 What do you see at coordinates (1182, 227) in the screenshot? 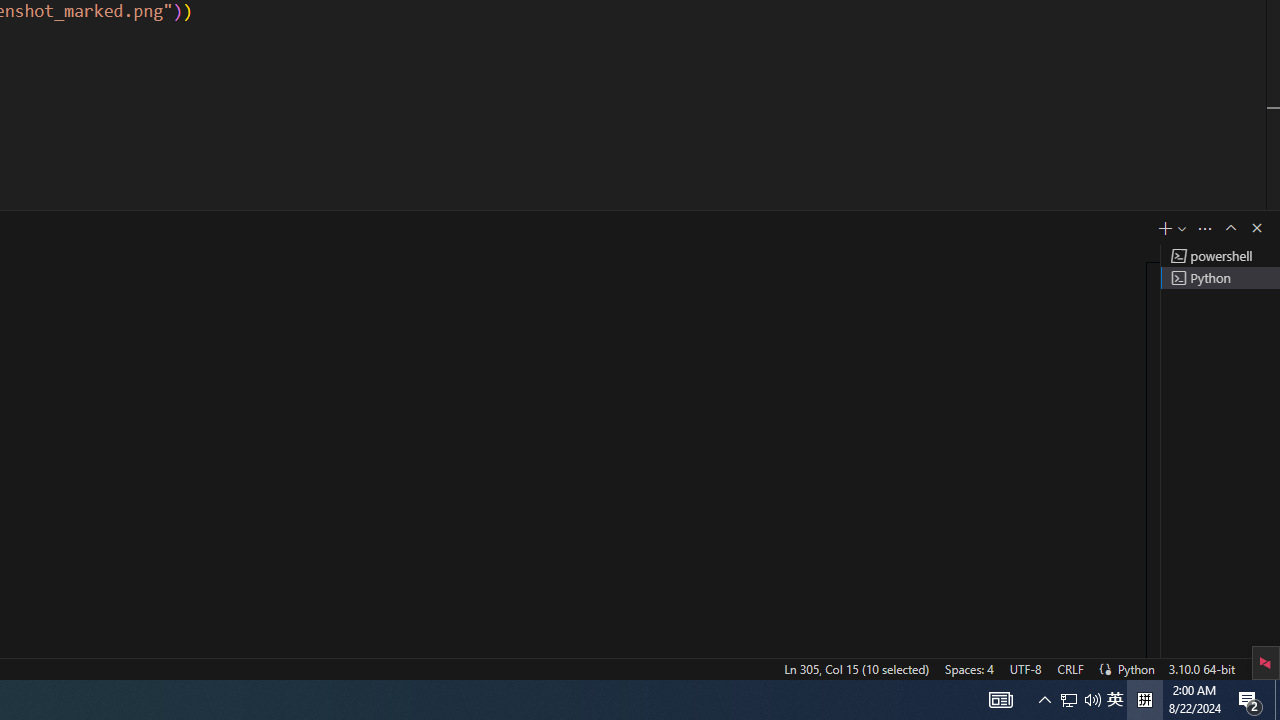
I see `'Launch Profile...'` at bounding box center [1182, 227].